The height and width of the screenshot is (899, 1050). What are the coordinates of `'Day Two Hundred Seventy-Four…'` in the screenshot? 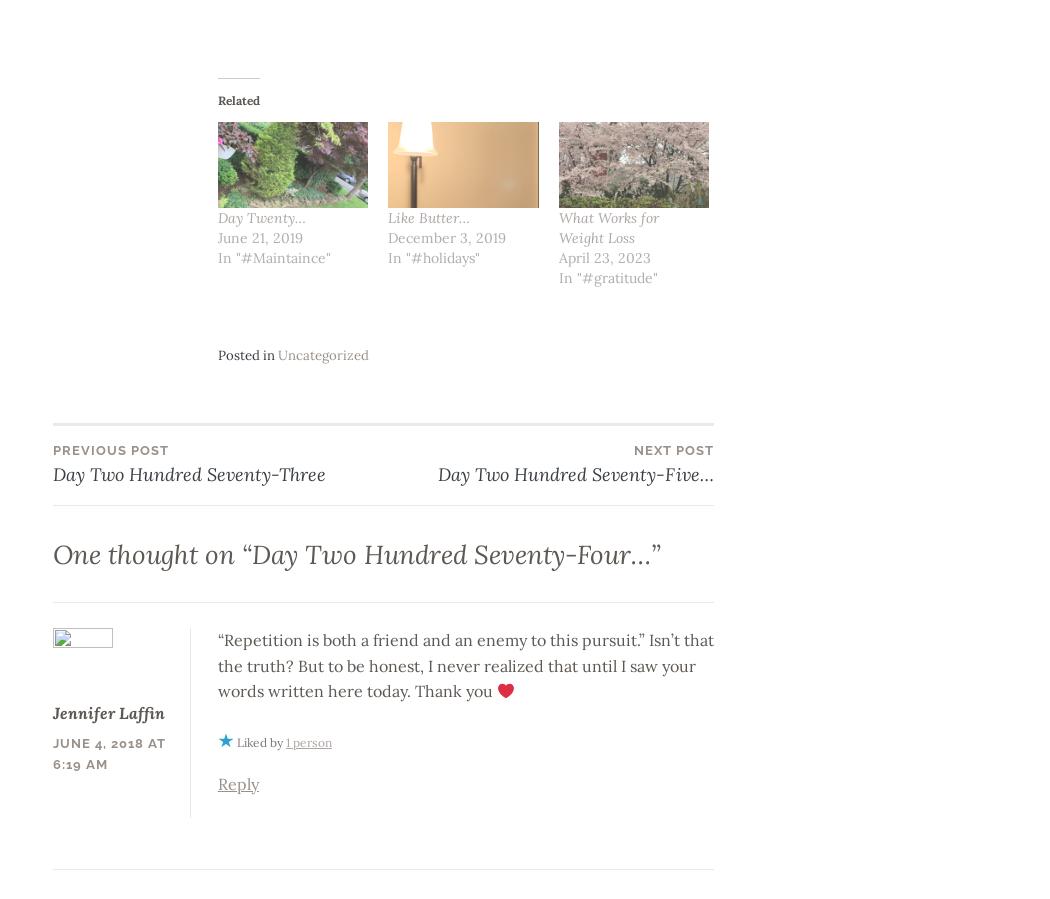 It's located at (450, 554).